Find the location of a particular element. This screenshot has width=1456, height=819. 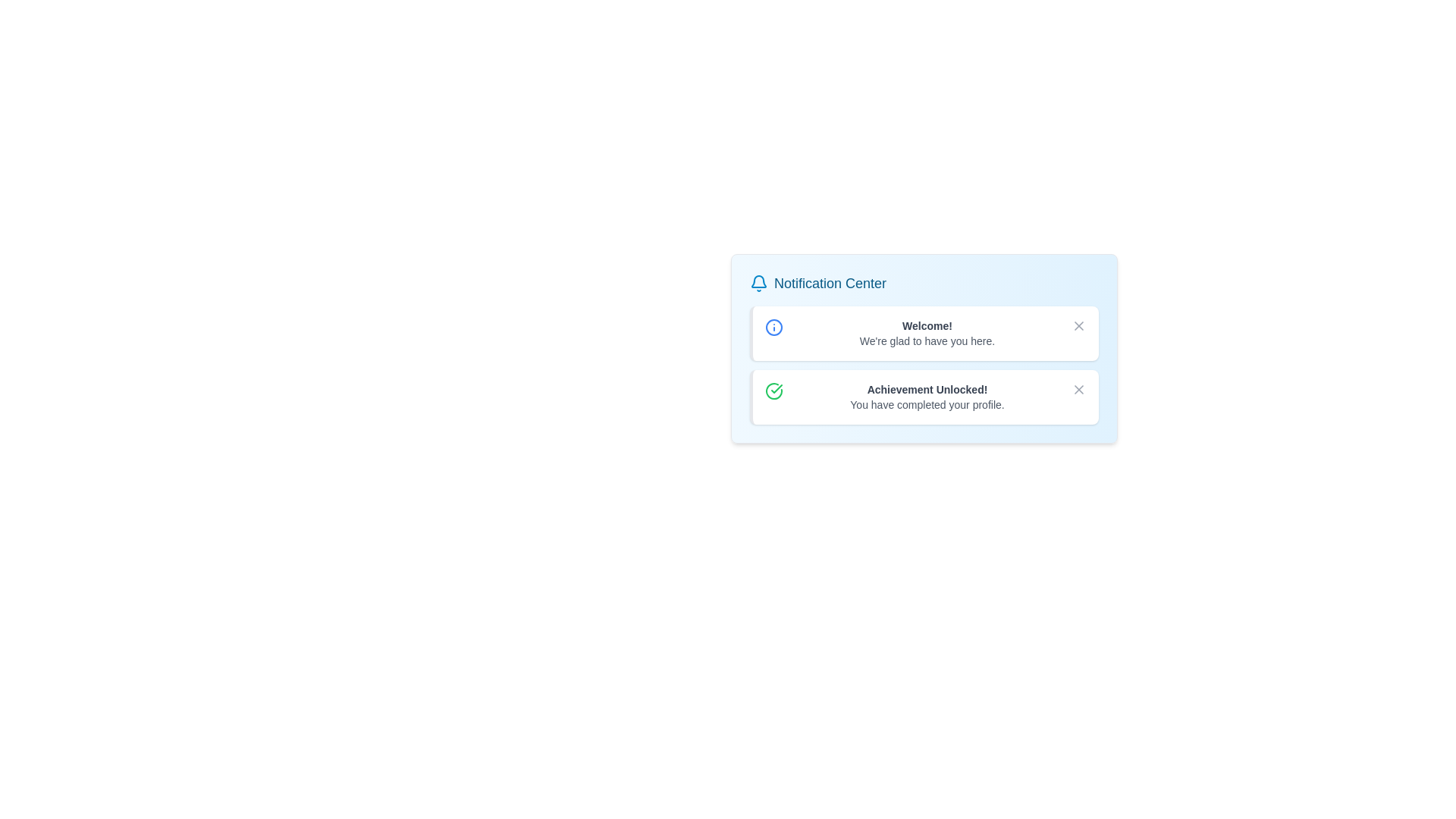

the dismiss icon located at the far right of the notification card that contains the text 'Achievement Unlocked! You have completed your profile.' is located at coordinates (1078, 388).